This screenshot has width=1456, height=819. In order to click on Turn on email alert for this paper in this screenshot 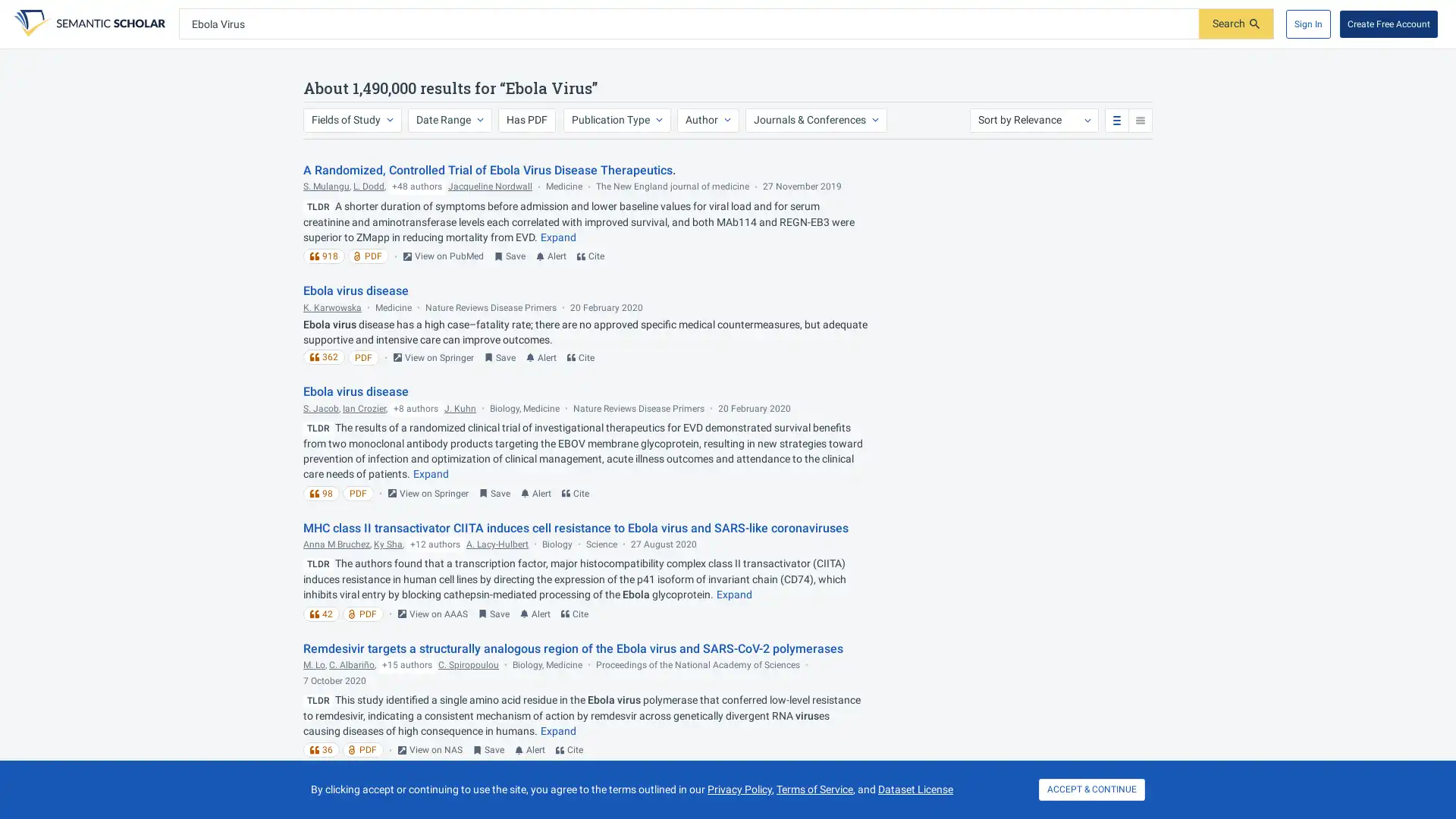, I will do `click(530, 748)`.